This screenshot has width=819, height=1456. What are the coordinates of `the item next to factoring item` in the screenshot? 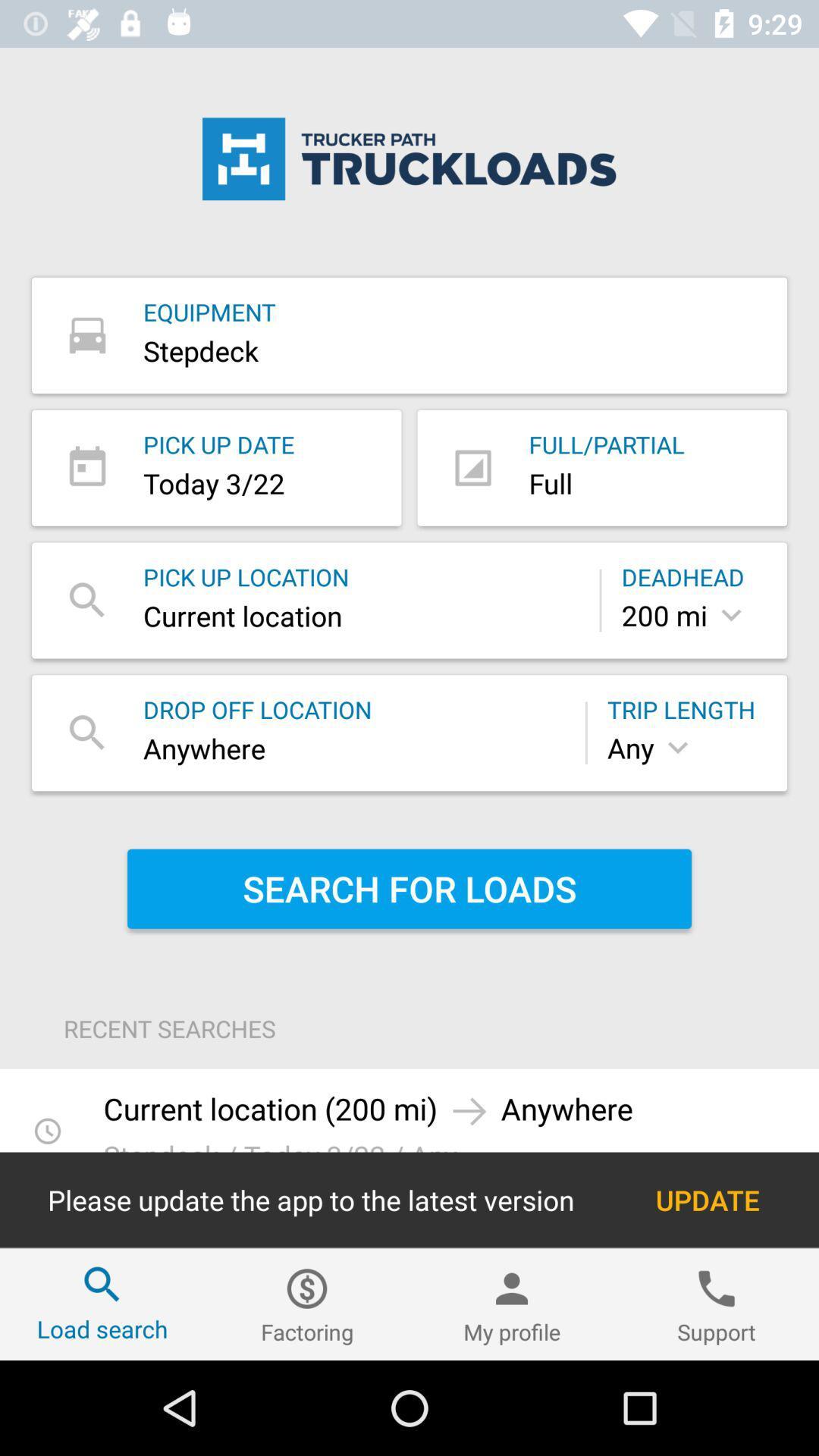 It's located at (512, 1304).